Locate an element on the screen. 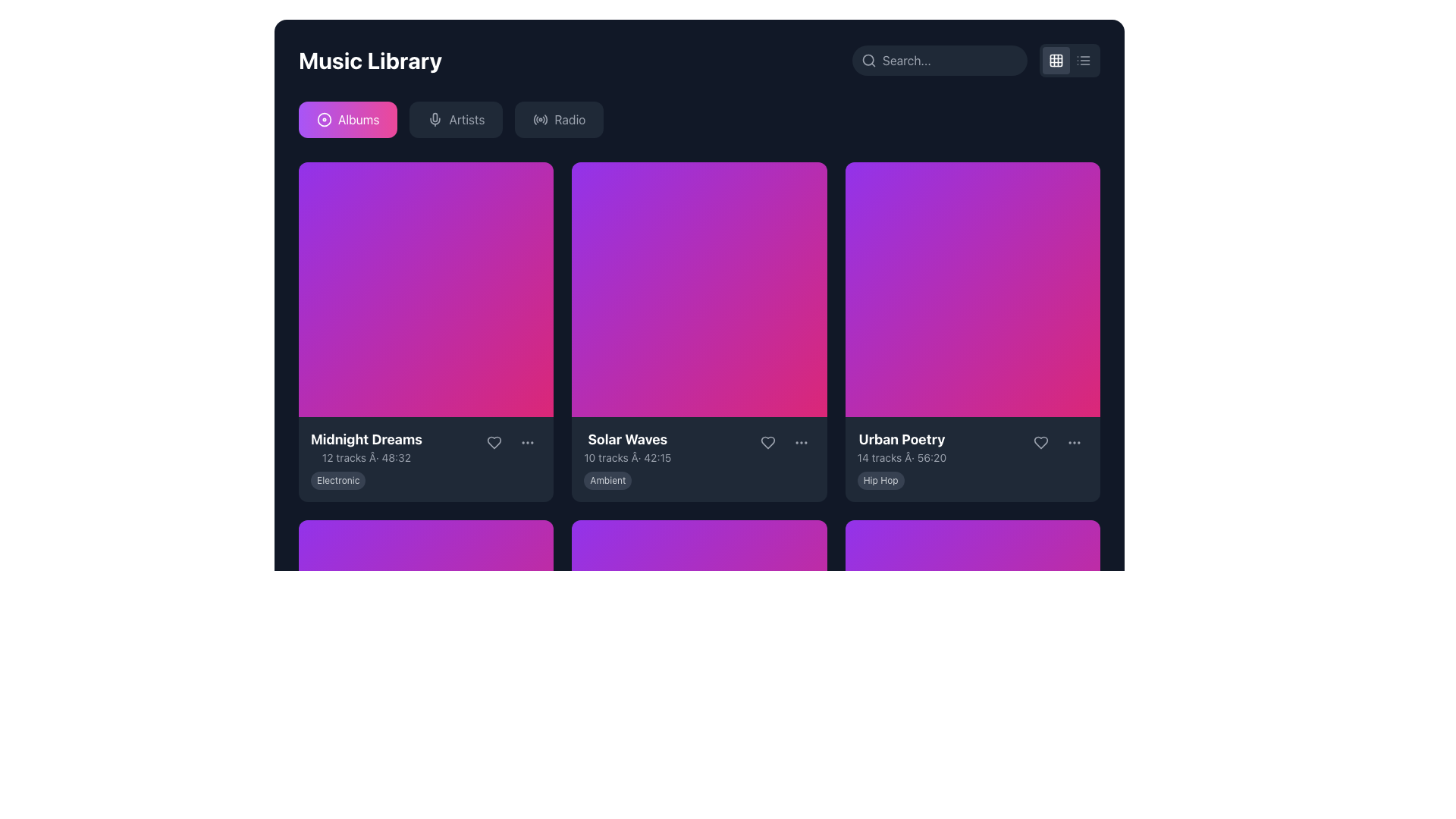 The image size is (1456, 819). text label indicating the genre or category of the associated album located directly beneath the 'Midnight Dreams' album tile is located at coordinates (337, 481).